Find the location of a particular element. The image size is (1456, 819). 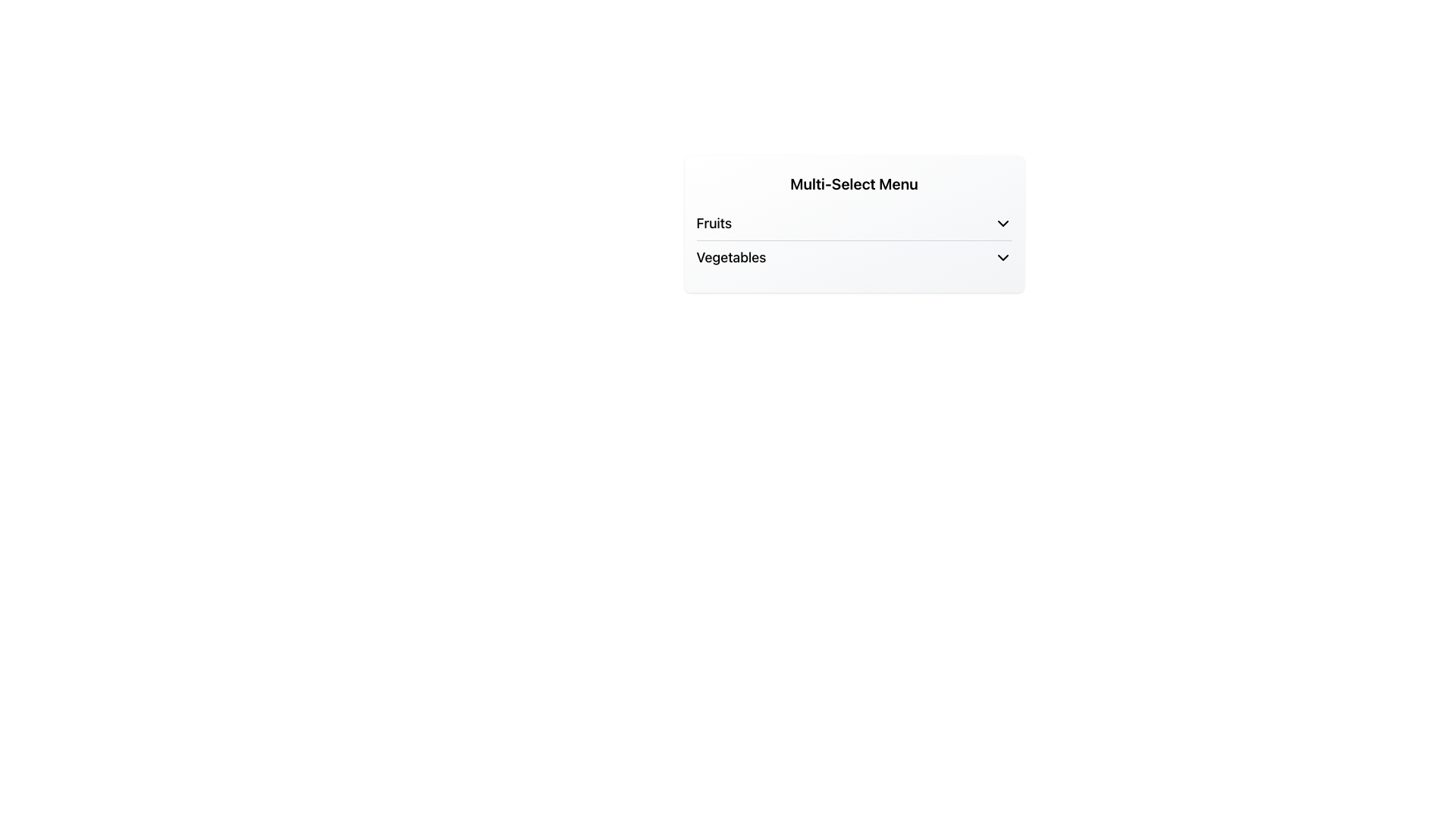

the downward-pointing chevron arrow icon with a black outline, located to the far right of the 'Fruits' menu item is located at coordinates (1003, 223).